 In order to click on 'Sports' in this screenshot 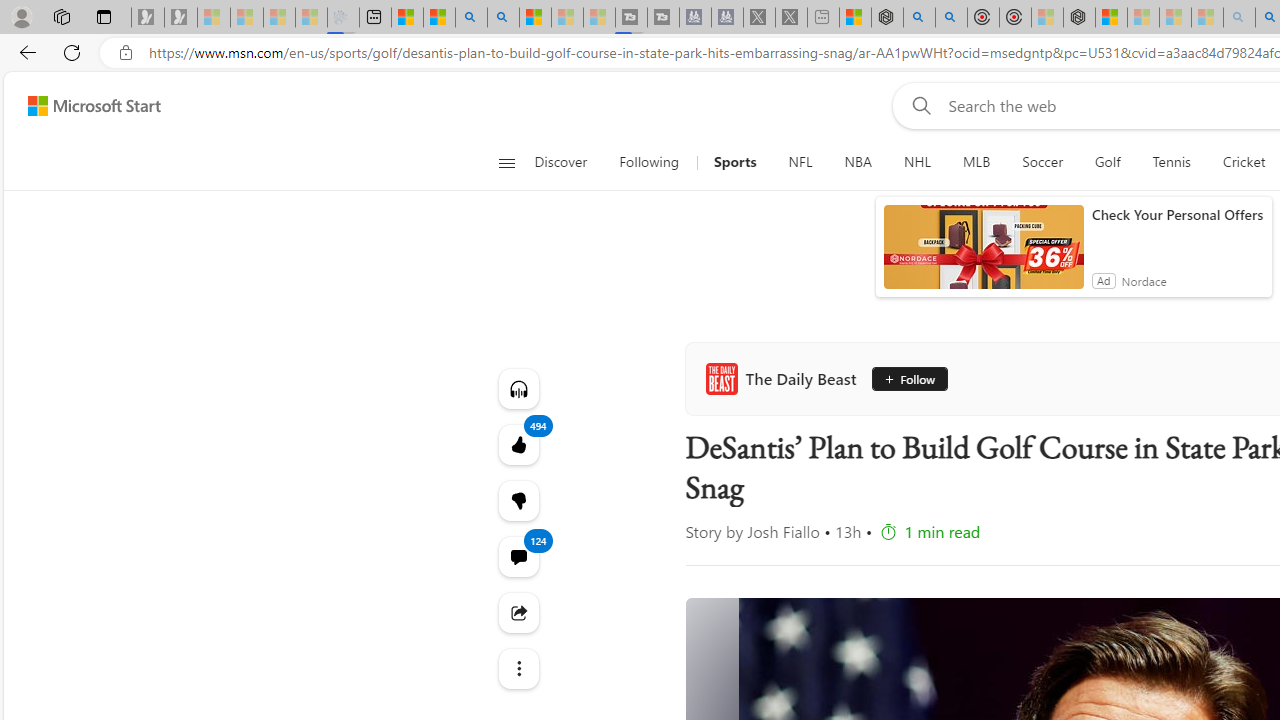, I will do `click(734, 162)`.